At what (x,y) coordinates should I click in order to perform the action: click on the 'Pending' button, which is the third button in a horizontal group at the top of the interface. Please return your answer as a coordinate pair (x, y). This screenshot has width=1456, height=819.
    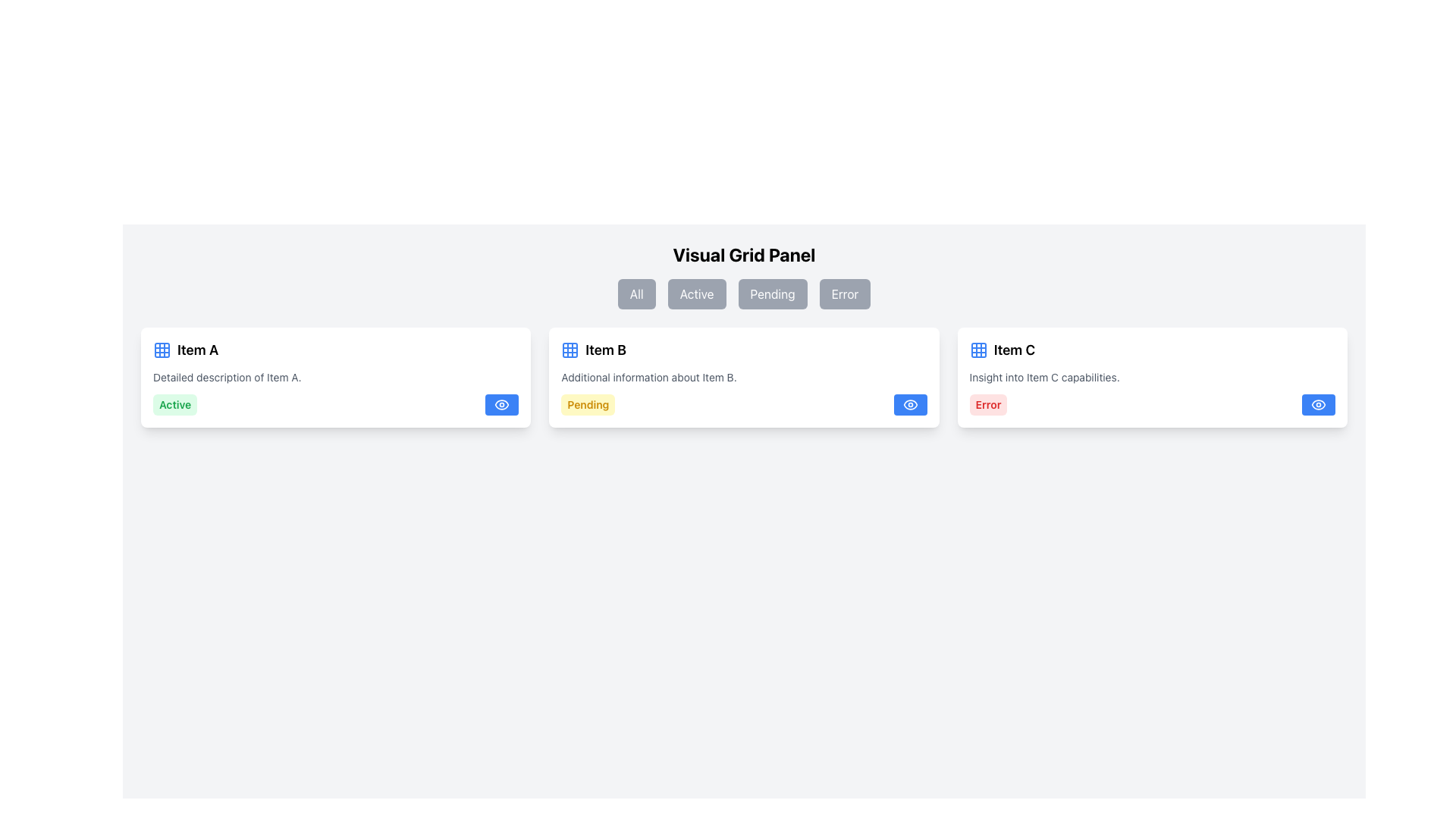
    Looking at the image, I should click on (773, 294).